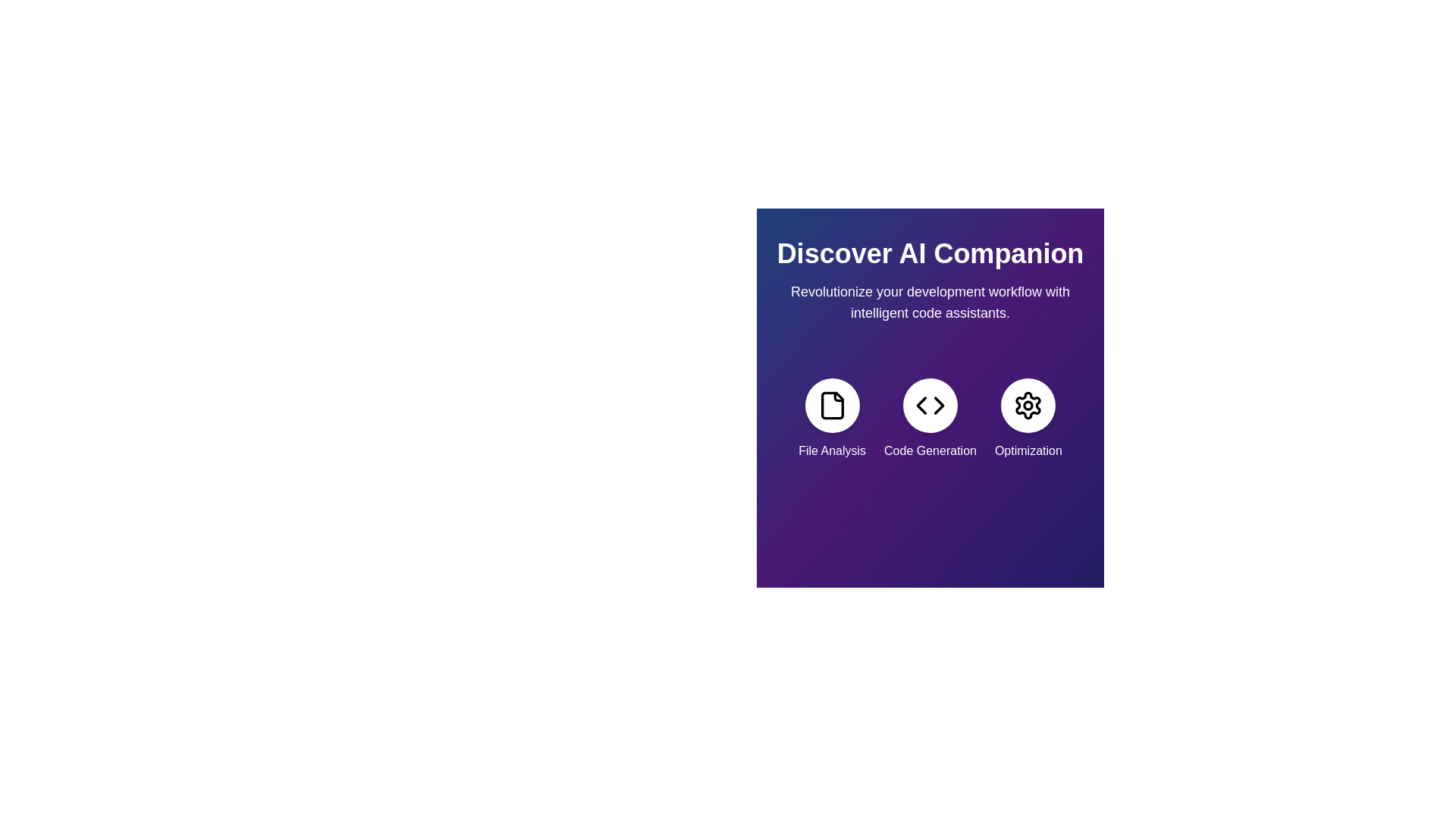 This screenshot has height=819, width=1456. I want to click on the middle icon resembling a pair of angled brackets, which is part of a set of three icons under the 'Discover AI Companion' header, so click(930, 405).